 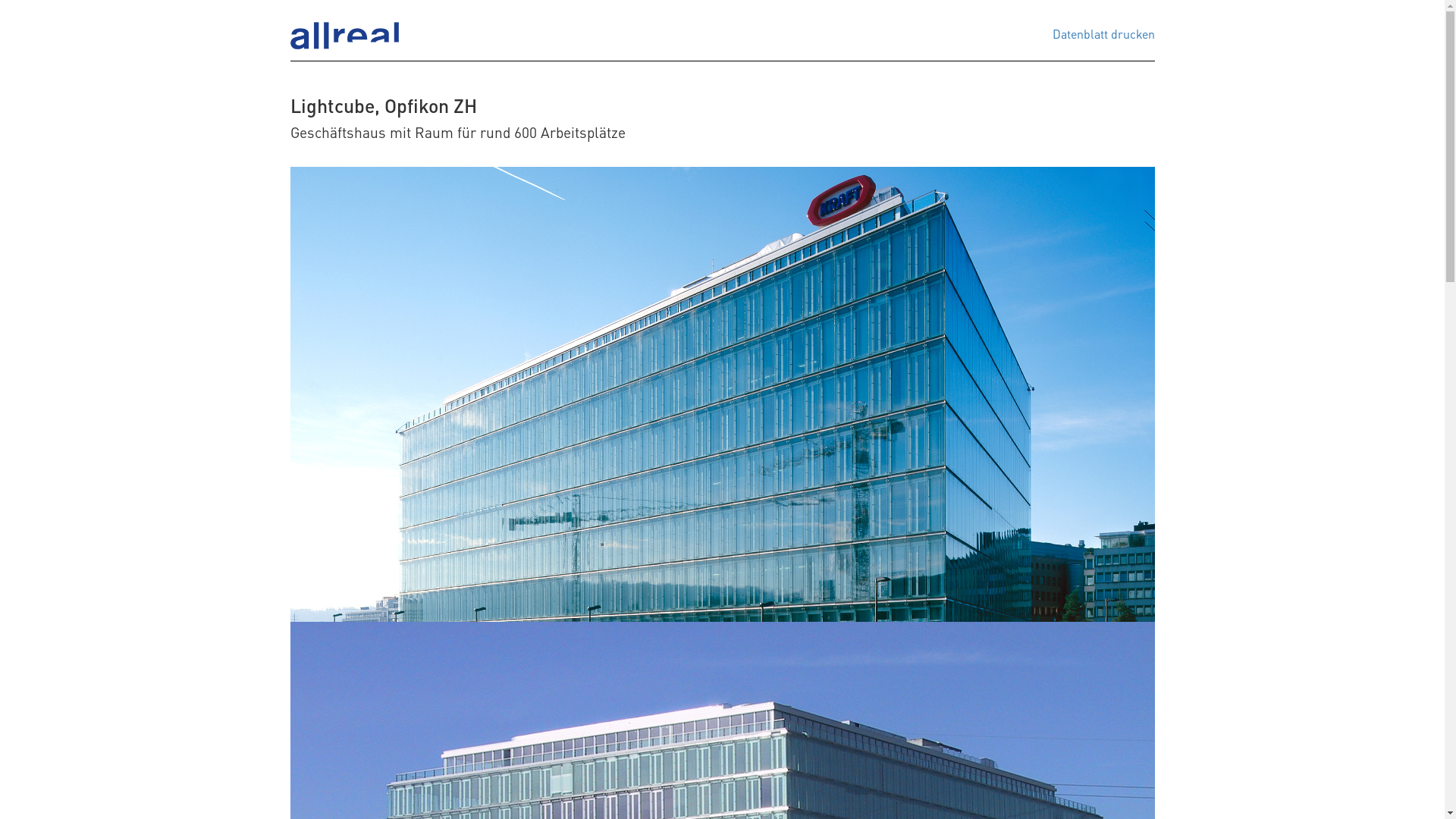 I want to click on 'Datenblatt drucken', so click(x=1051, y=33).